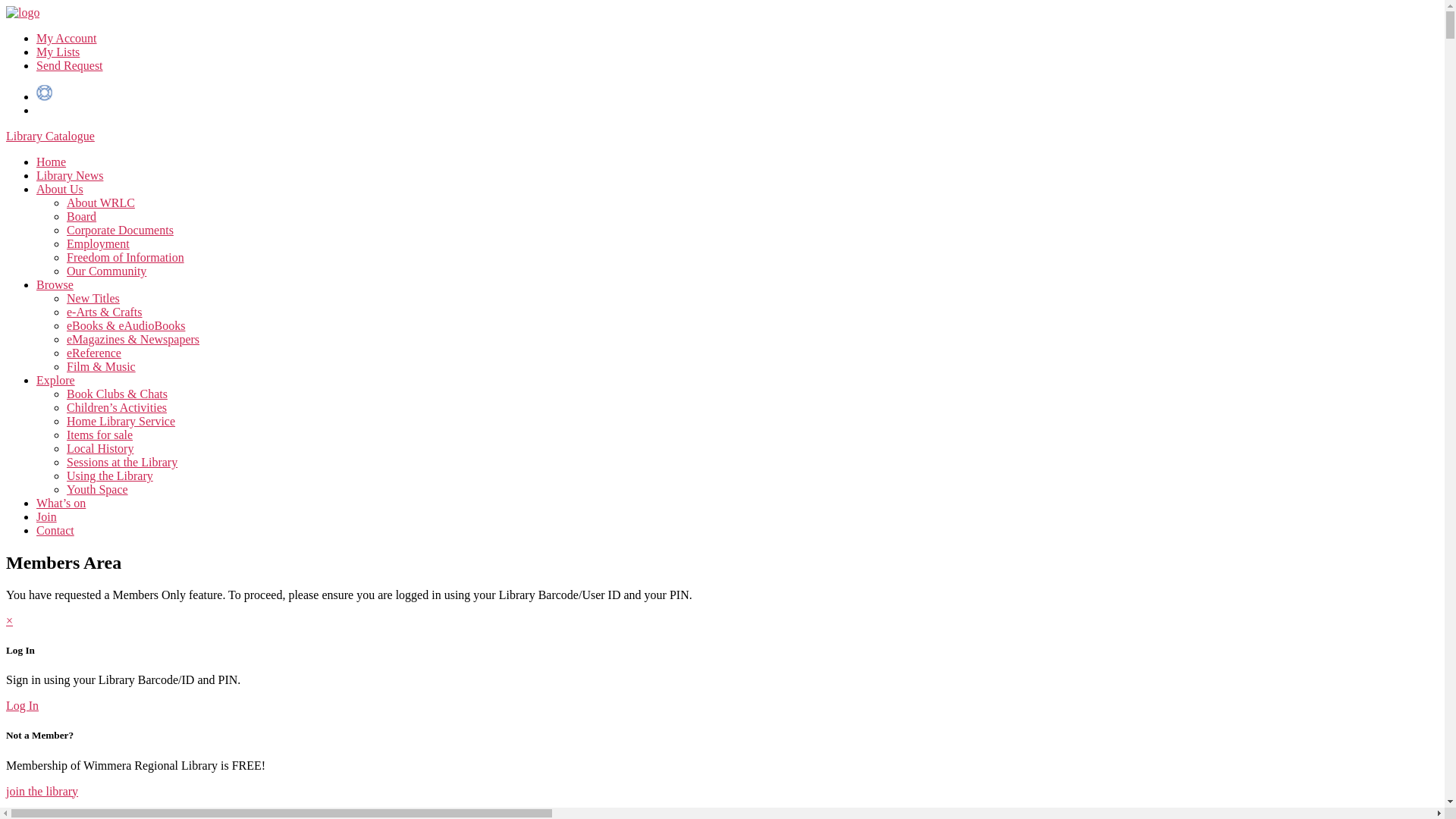 Image resolution: width=1456 pixels, height=819 pixels. What do you see at coordinates (116, 393) in the screenshot?
I see `'Book Clubs & Chats'` at bounding box center [116, 393].